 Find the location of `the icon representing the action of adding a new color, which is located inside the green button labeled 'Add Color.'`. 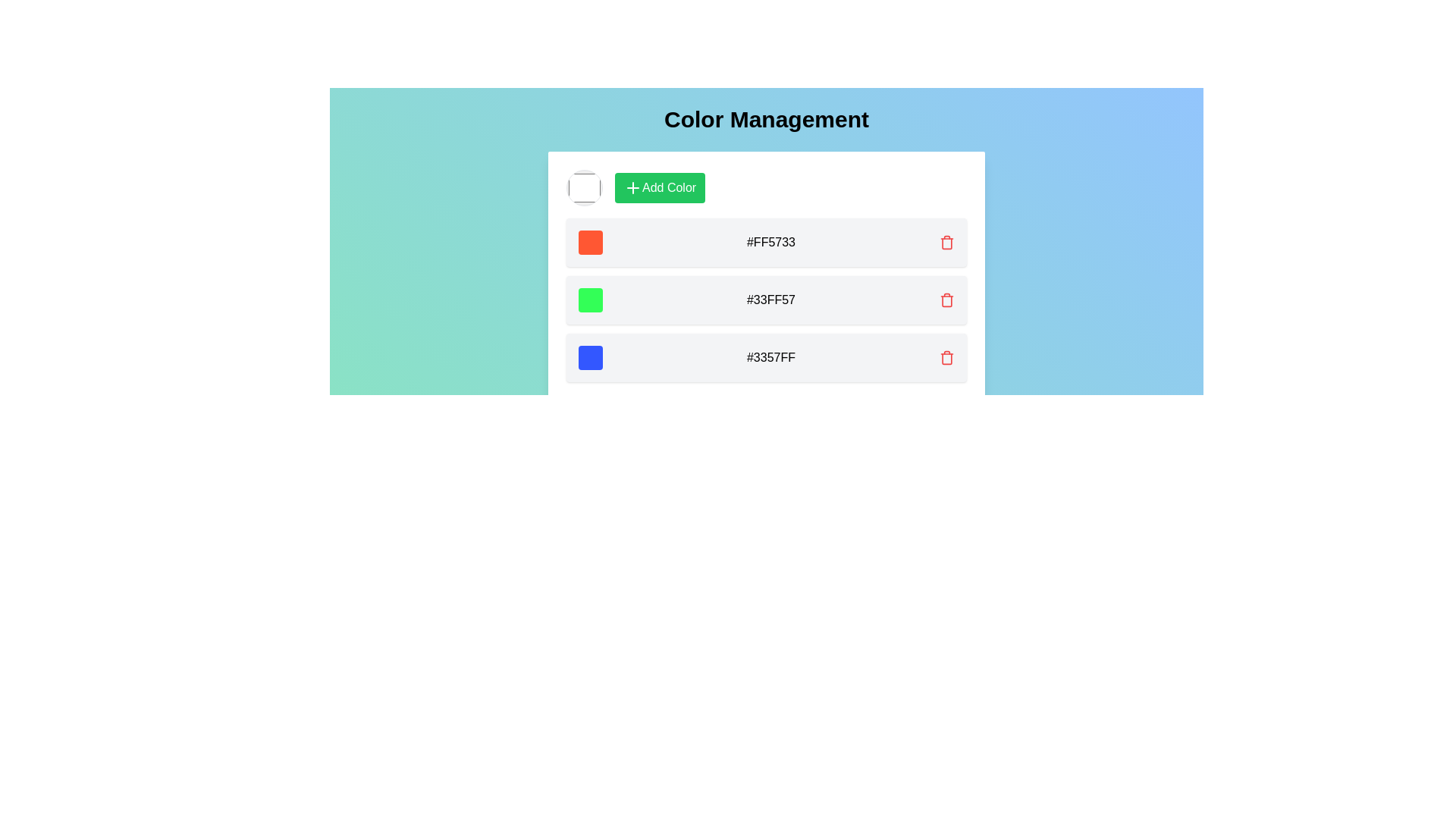

the icon representing the action of adding a new color, which is located inside the green button labeled 'Add Color.' is located at coordinates (633, 187).